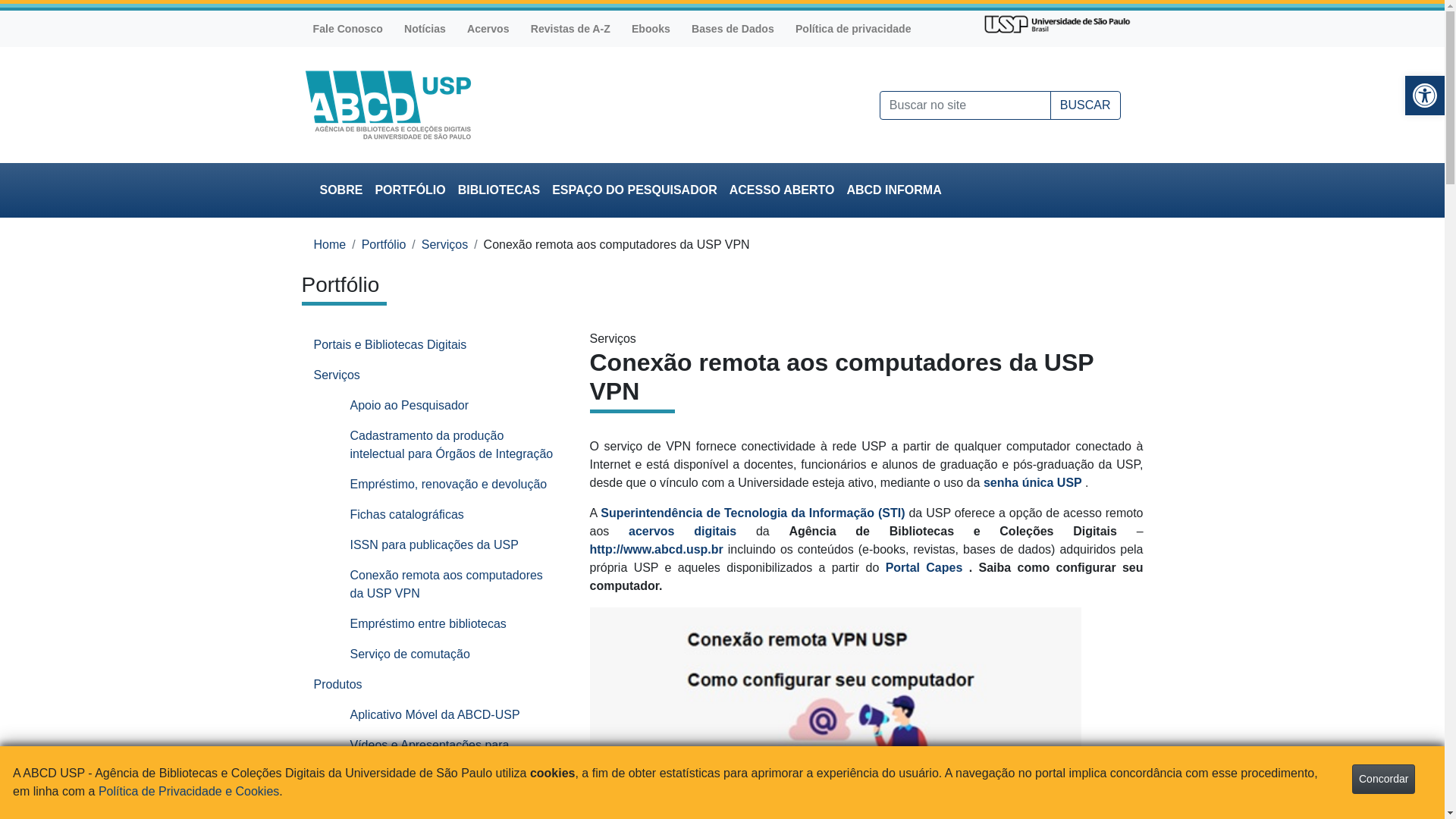 The image size is (1456, 819). Describe the element at coordinates (451, 405) in the screenshot. I see `'Apoio ao Pesquisador'` at that location.